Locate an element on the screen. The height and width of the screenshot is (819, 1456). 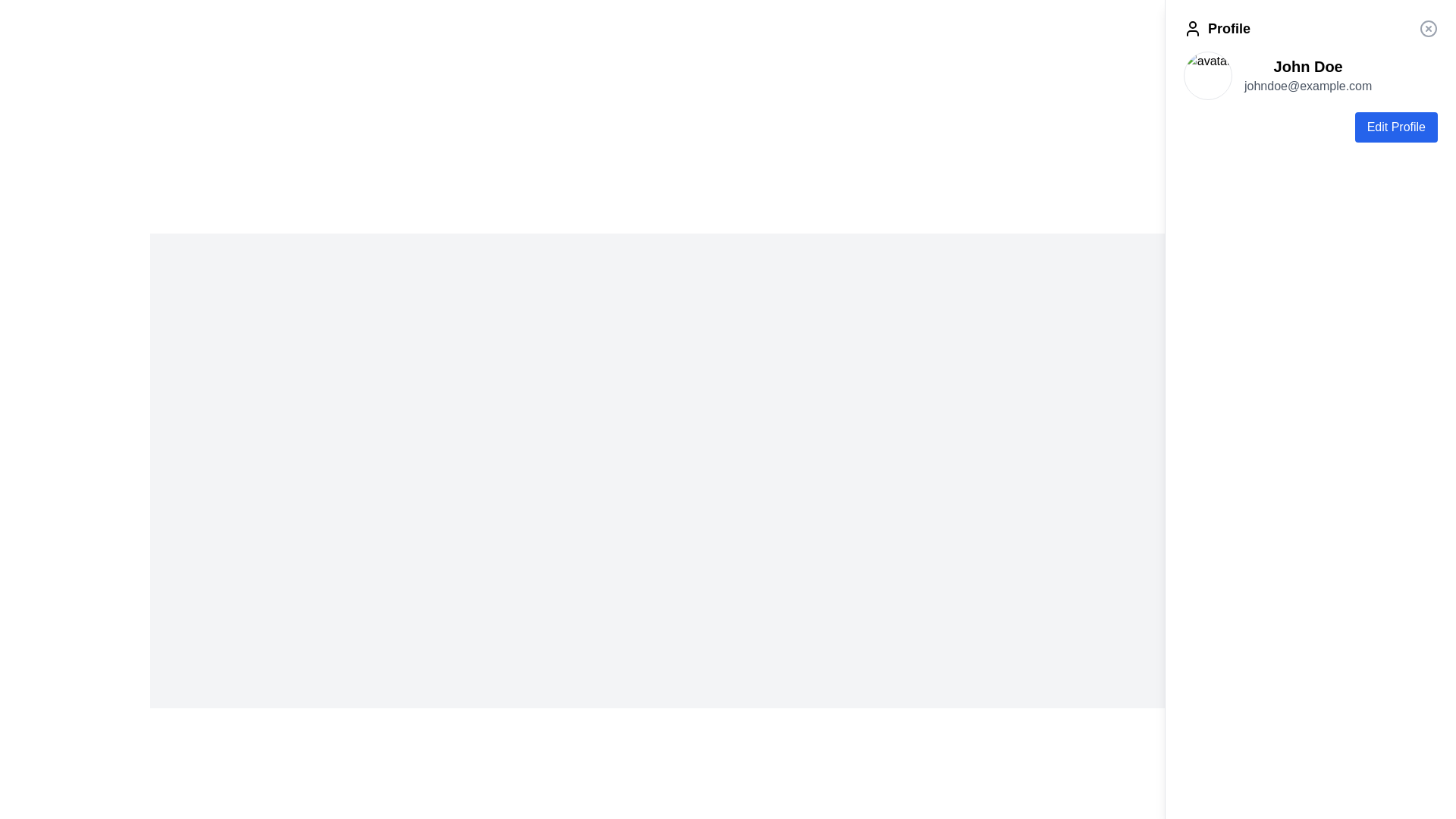
name label element that identifies the user or profile being viewed, located at the top-right corner of the pane above the email address is located at coordinates (1307, 66).